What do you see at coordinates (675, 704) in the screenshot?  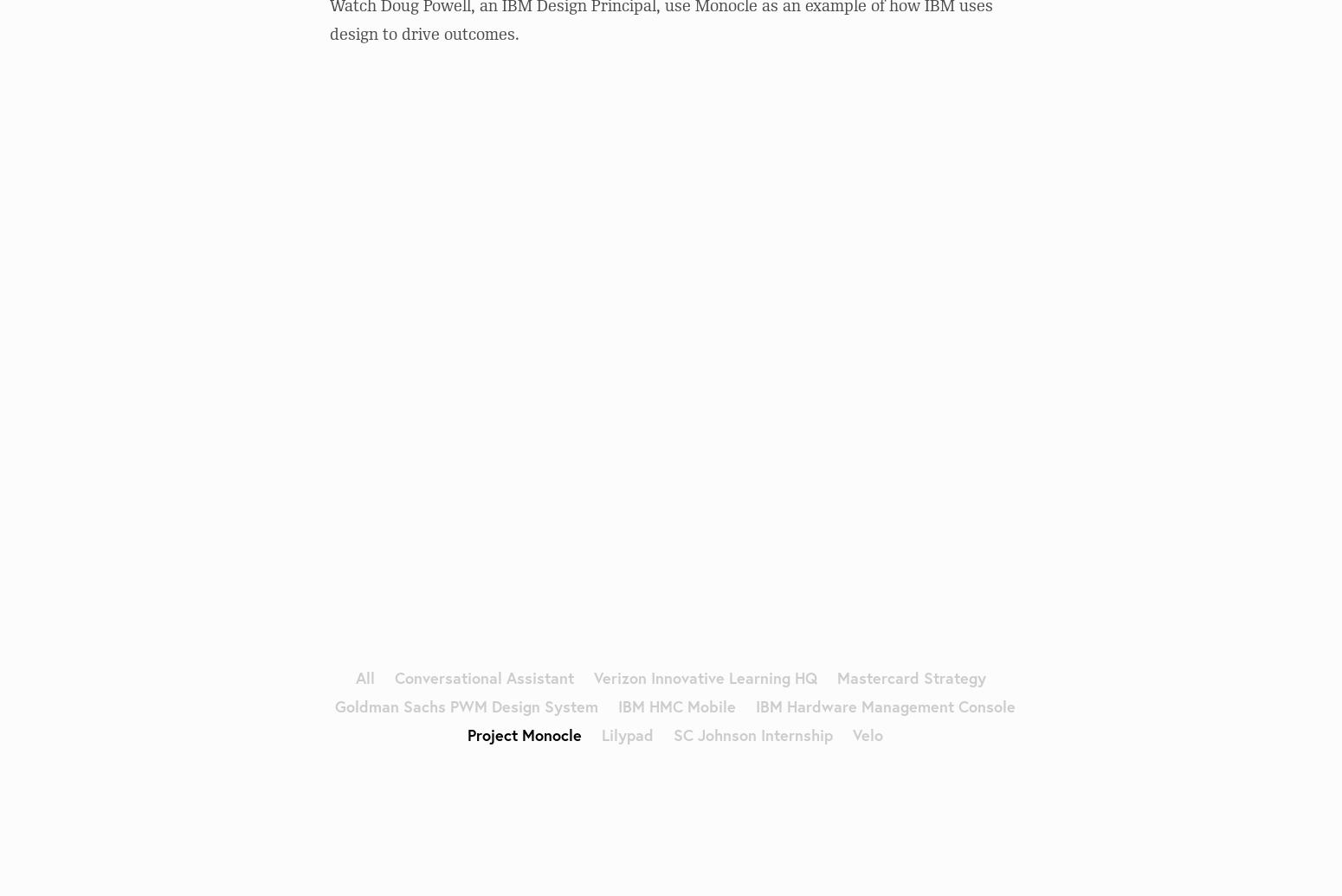 I see `'IBM HMC Mobile'` at bounding box center [675, 704].